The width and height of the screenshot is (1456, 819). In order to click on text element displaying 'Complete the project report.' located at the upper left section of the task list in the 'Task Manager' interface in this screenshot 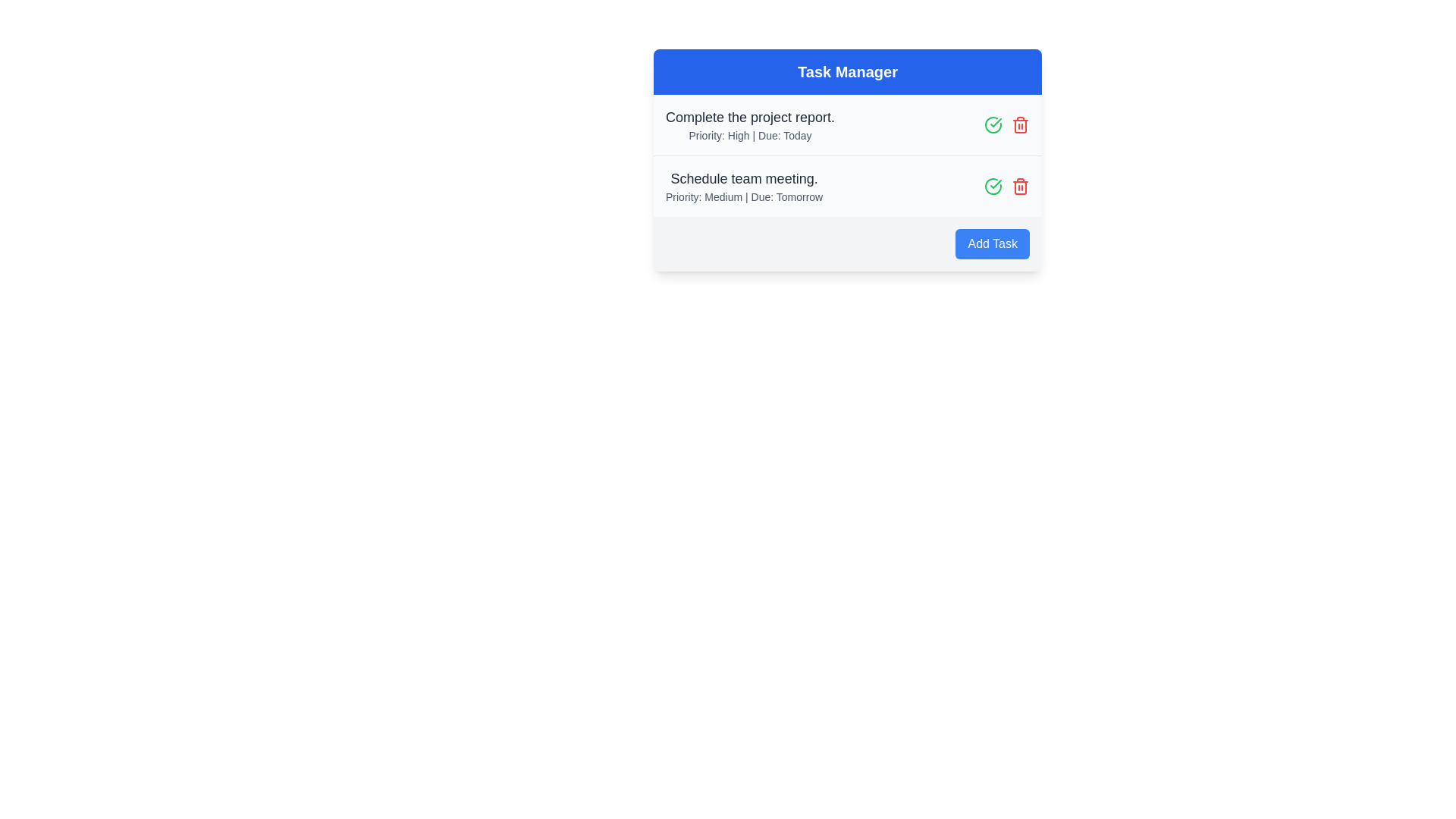, I will do `click(750, 116)`.